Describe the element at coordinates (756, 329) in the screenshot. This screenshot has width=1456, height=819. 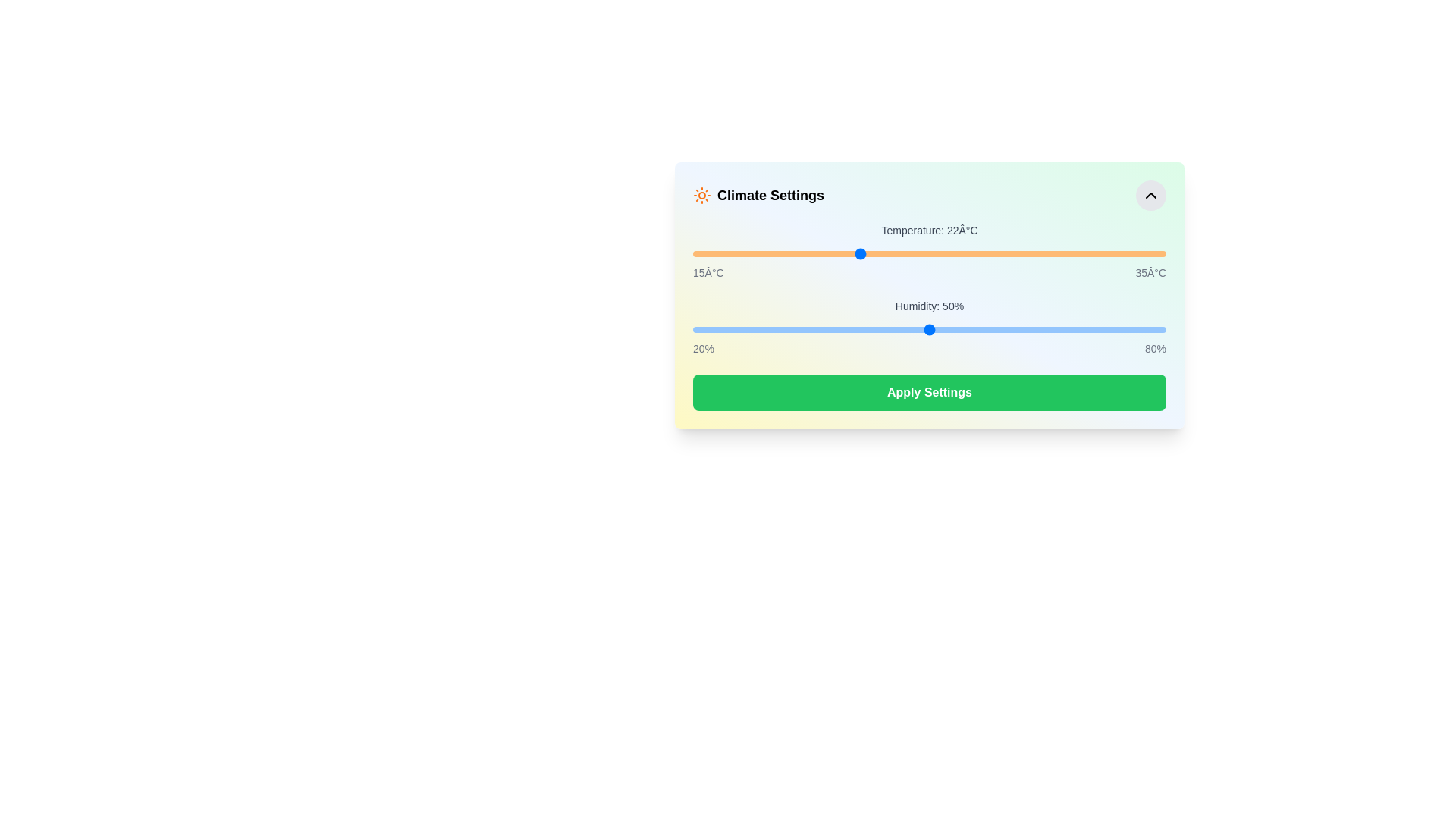
I see `humidity` at that location.